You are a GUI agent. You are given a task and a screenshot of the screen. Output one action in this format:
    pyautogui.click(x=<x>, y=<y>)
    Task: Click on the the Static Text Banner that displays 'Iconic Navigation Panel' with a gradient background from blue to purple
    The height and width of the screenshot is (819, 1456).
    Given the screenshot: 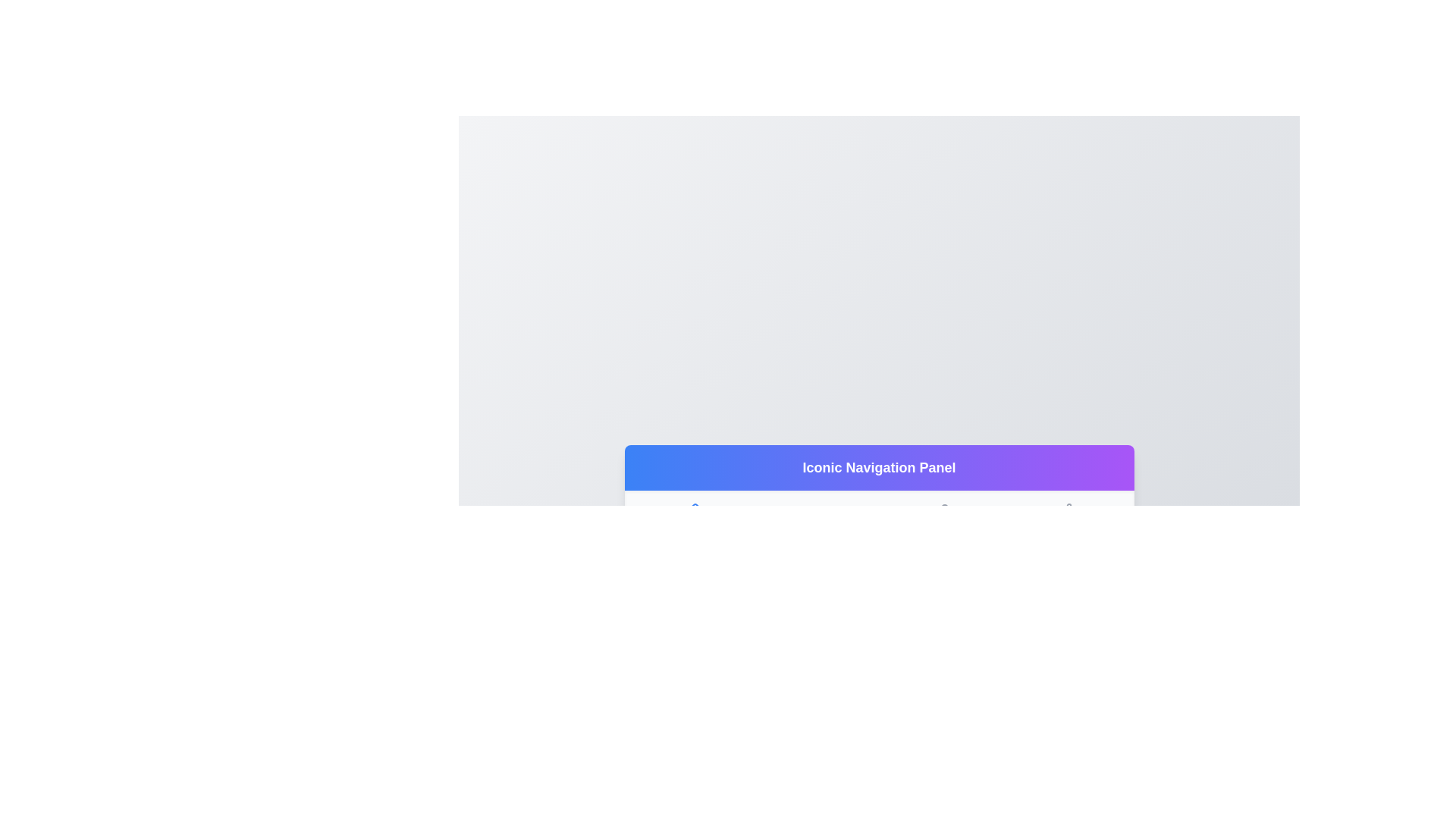 What is the action you would take?
    pyautogui.click(x=879, y=467)
    